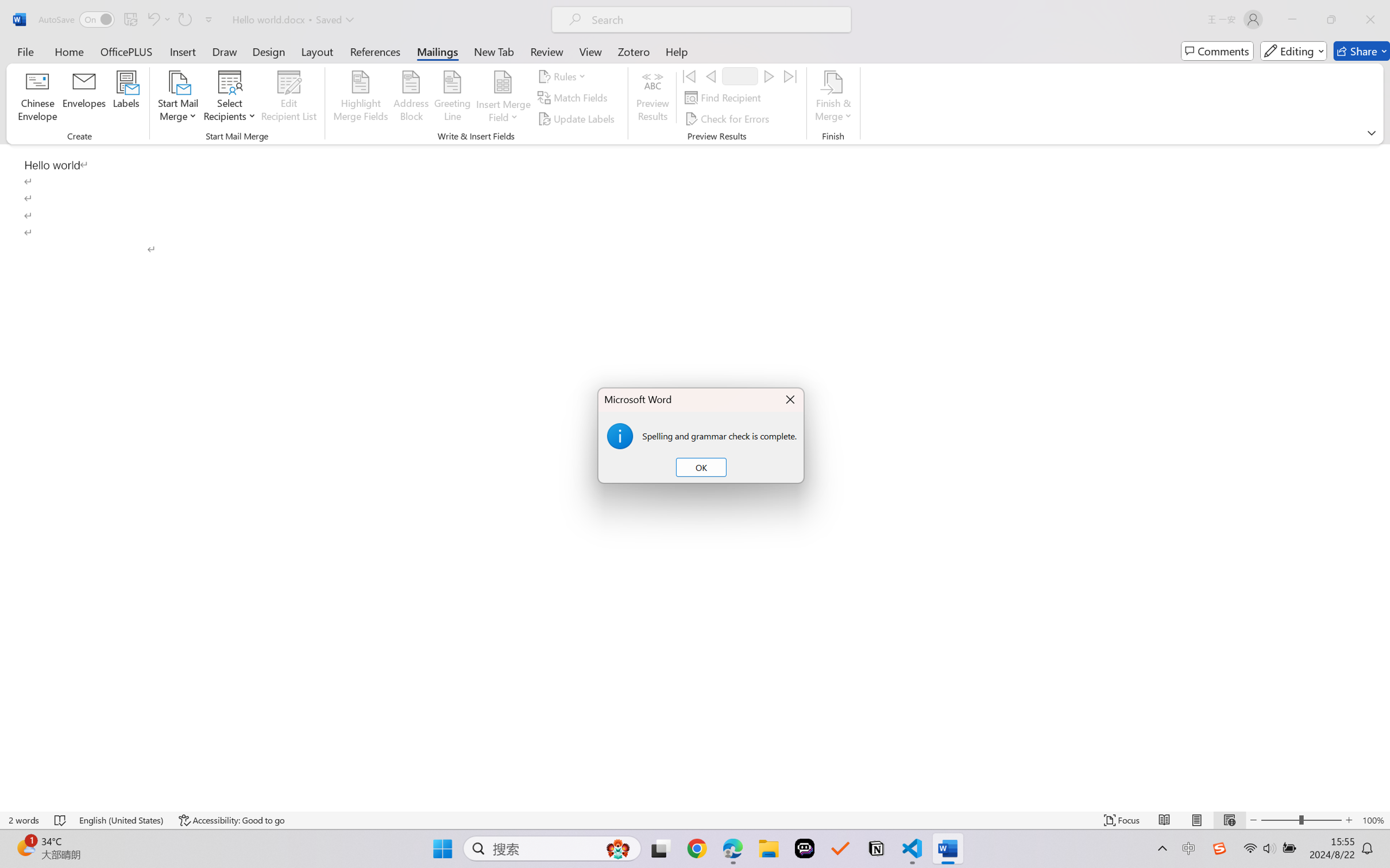 This screenshot has width=1390, height=868. Describe the element at coordinates (716, 19) in the screenshot. I see `'Microsoft search'` at that location.